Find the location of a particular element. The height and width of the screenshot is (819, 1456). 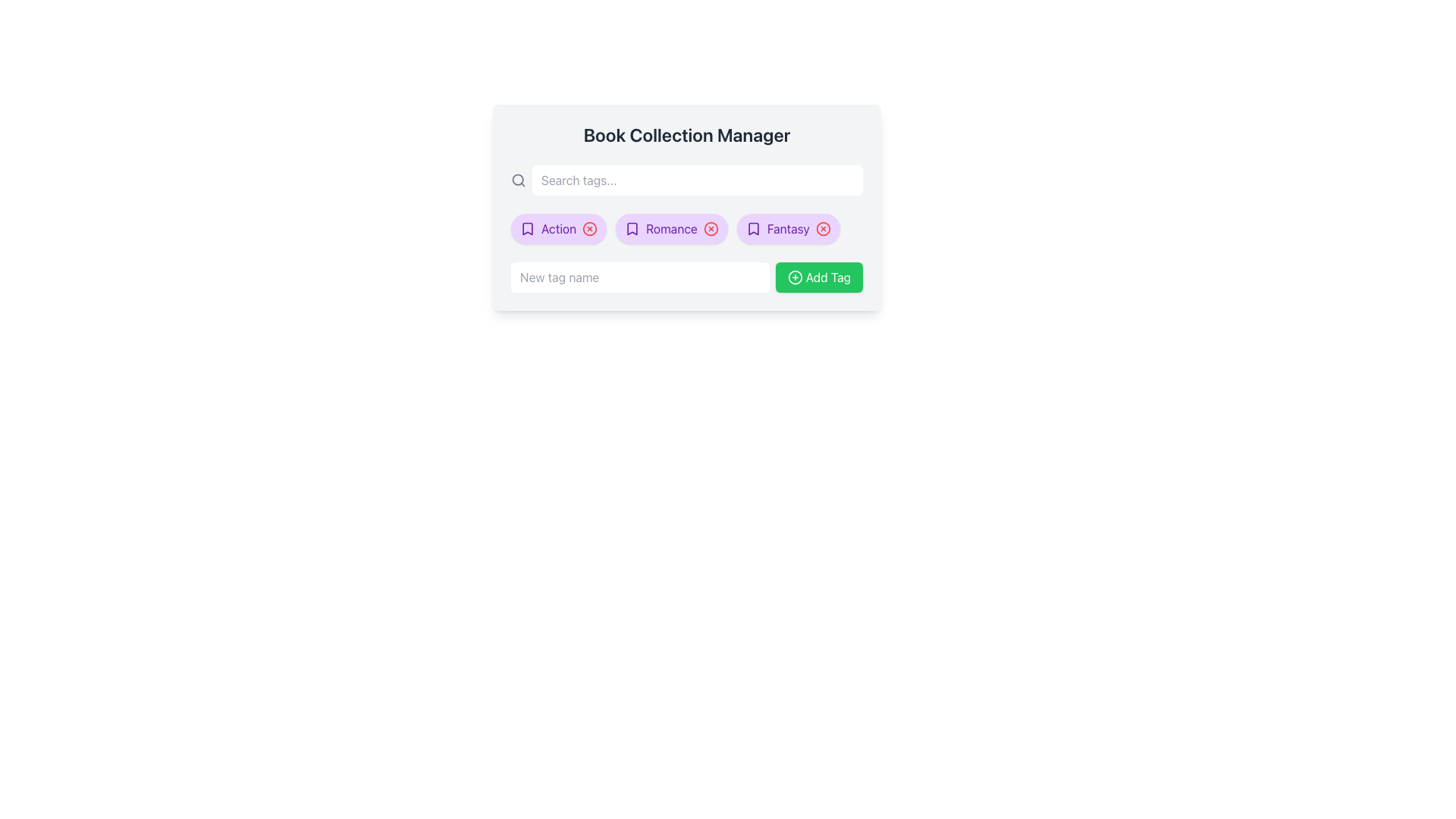

the pill-shaped tag labeled 'Action' with a purple background is located at coordinates (558, 228).